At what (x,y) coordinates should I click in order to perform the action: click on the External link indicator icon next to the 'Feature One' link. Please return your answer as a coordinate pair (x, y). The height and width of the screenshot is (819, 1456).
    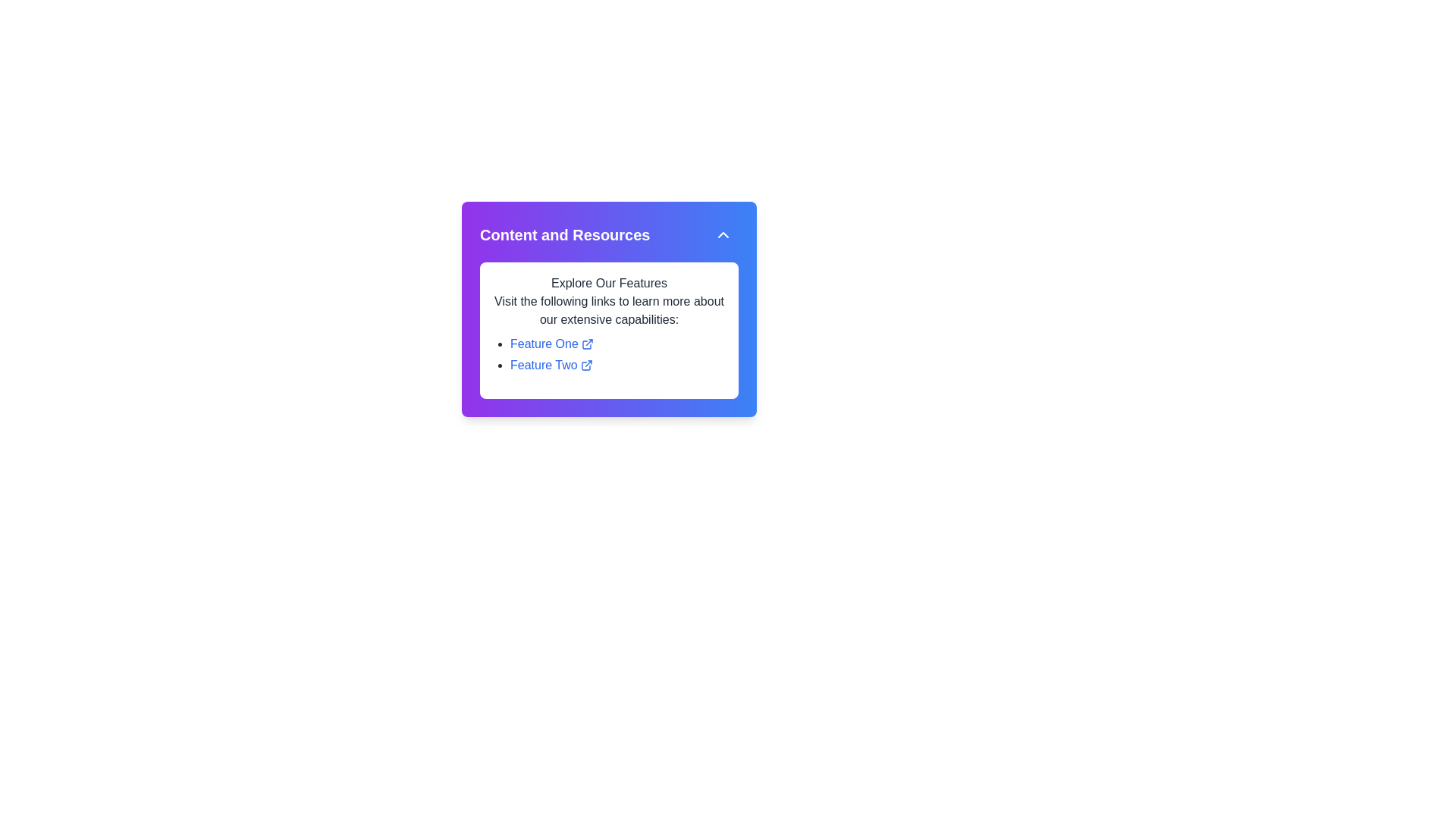
    Looking at the image, I should click on (586, 344).